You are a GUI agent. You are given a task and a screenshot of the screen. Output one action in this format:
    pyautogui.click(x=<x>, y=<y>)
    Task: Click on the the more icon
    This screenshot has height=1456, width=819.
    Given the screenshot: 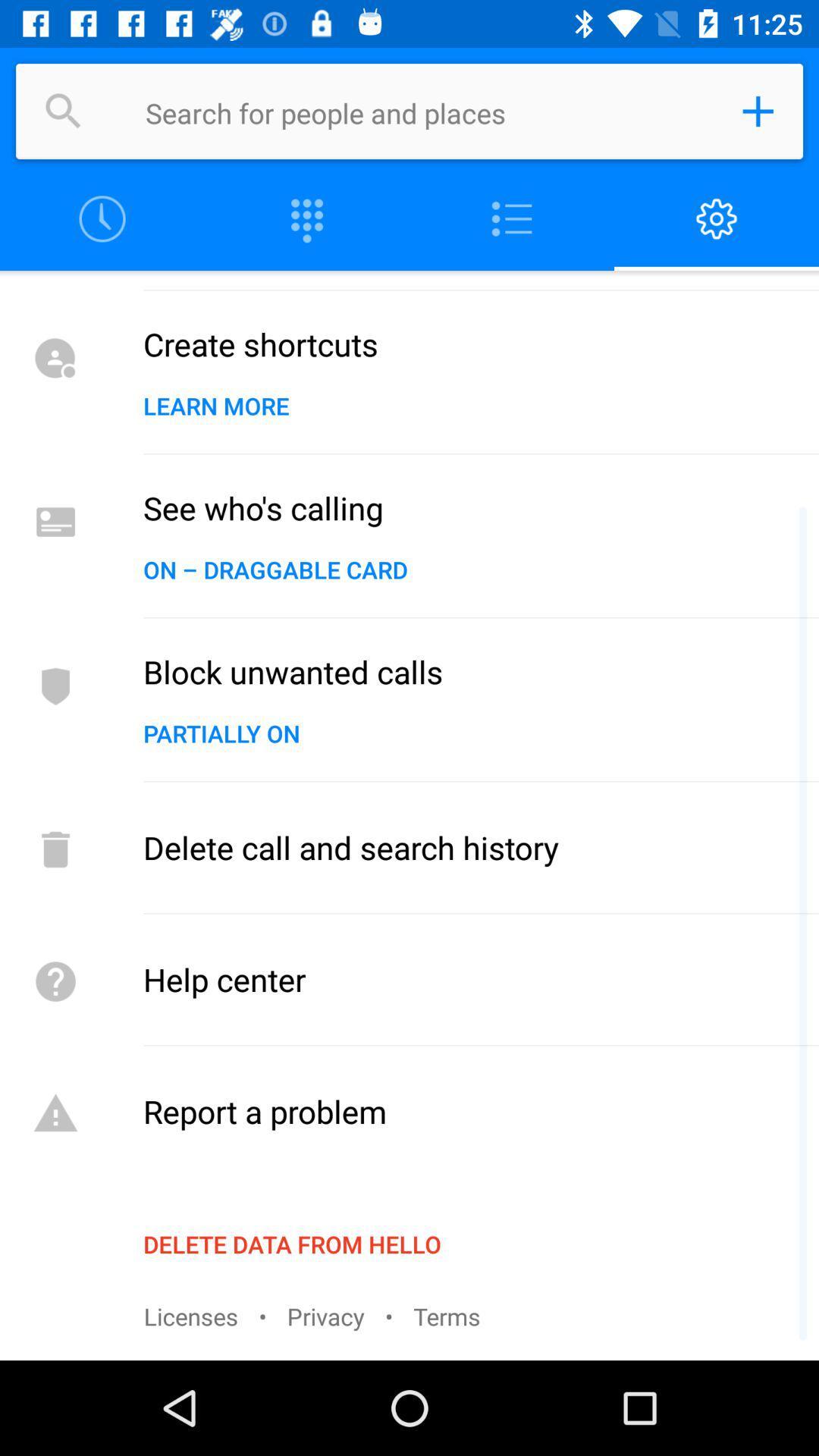 What is the action you would take?
    pyautogui.click(x=307, y=218)
    